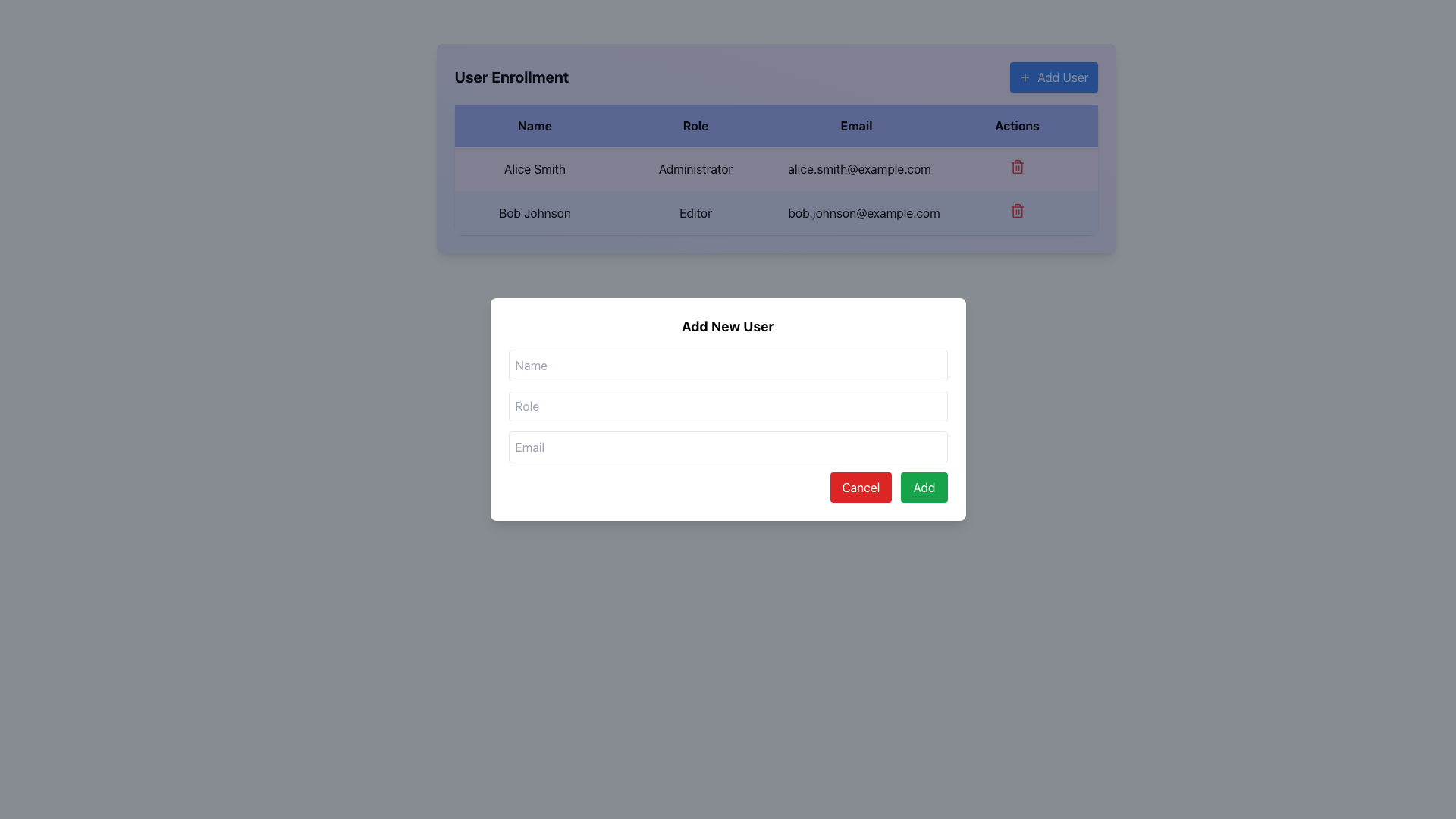  I want to click on the static text label displaying 'Administrator' in the 'Role' column of the 'User Enrollment' section for the user 'Alice Smith', so click(695, 169).